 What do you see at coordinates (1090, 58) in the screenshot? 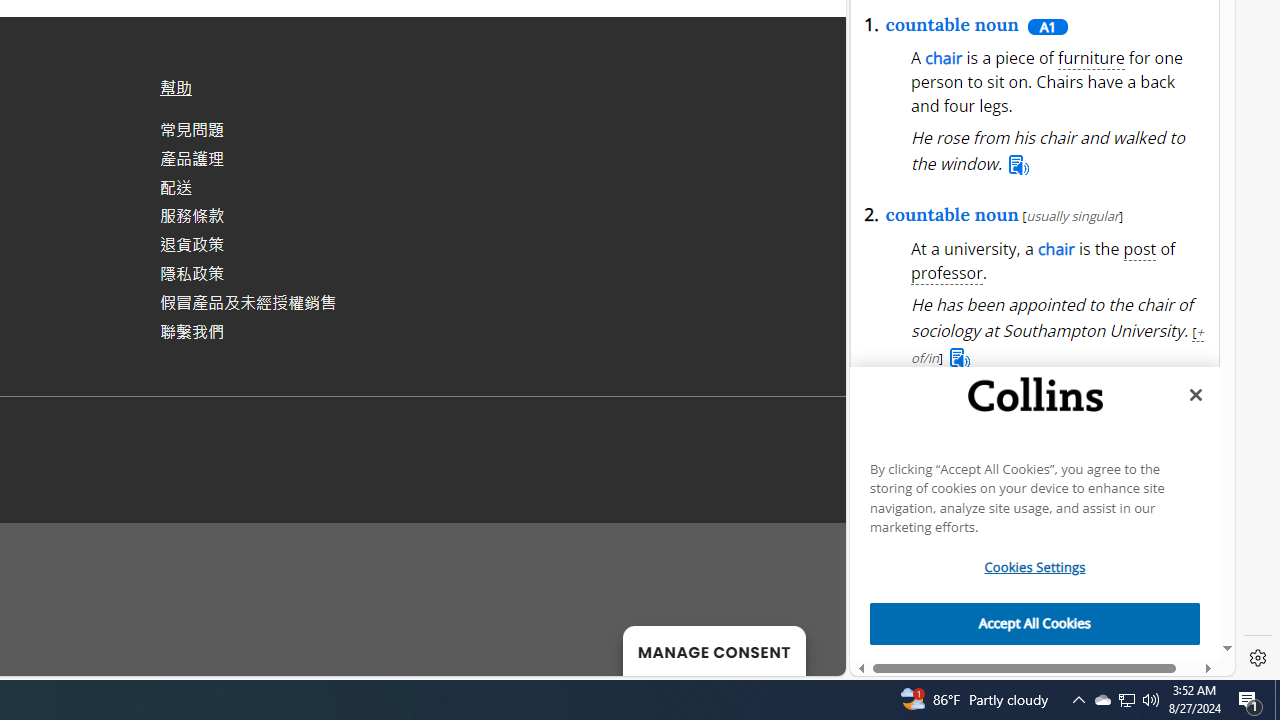
I see `'furniture'` at bounding box center [1090, 58].